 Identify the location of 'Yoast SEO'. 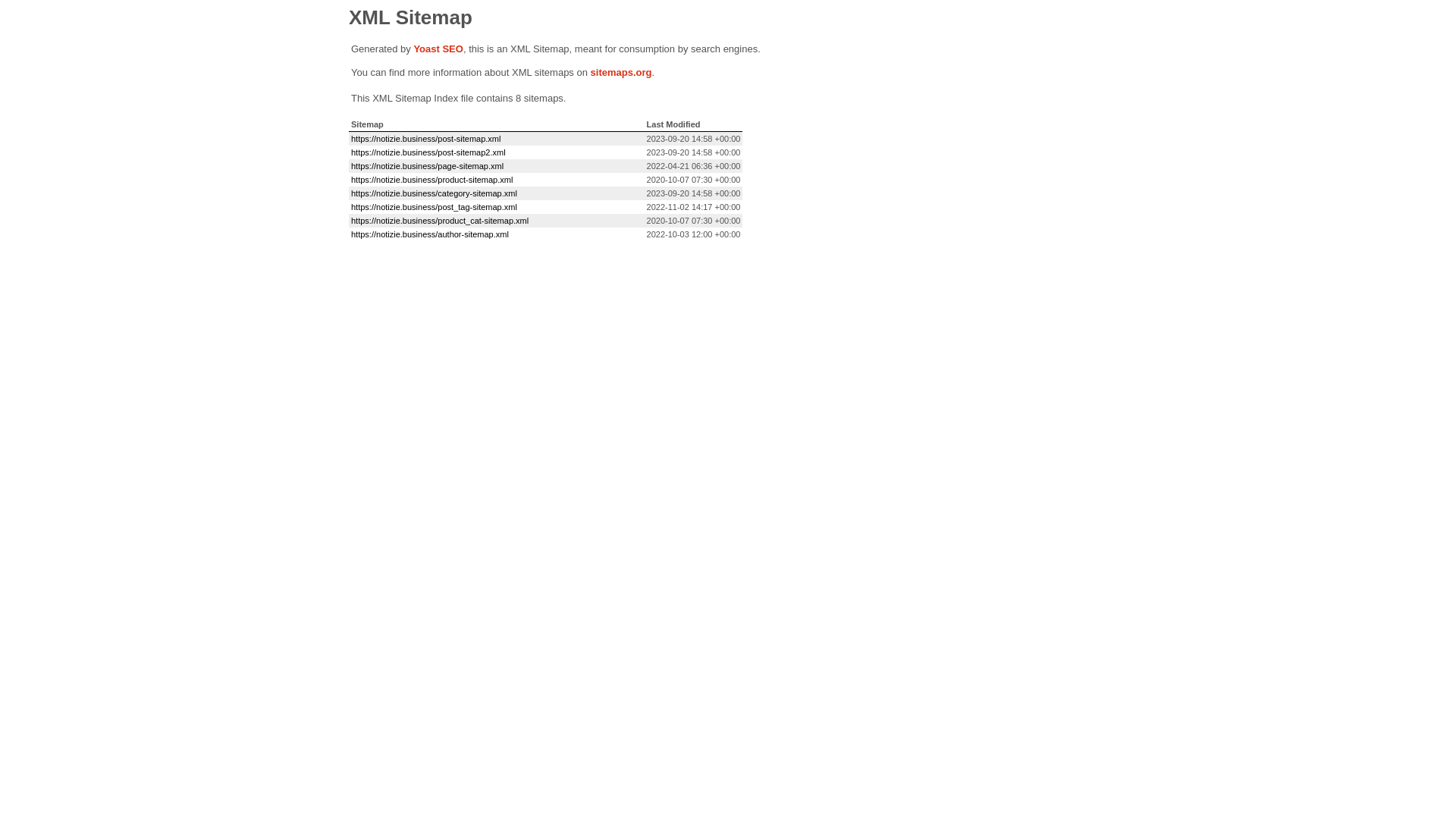
(437, 48).